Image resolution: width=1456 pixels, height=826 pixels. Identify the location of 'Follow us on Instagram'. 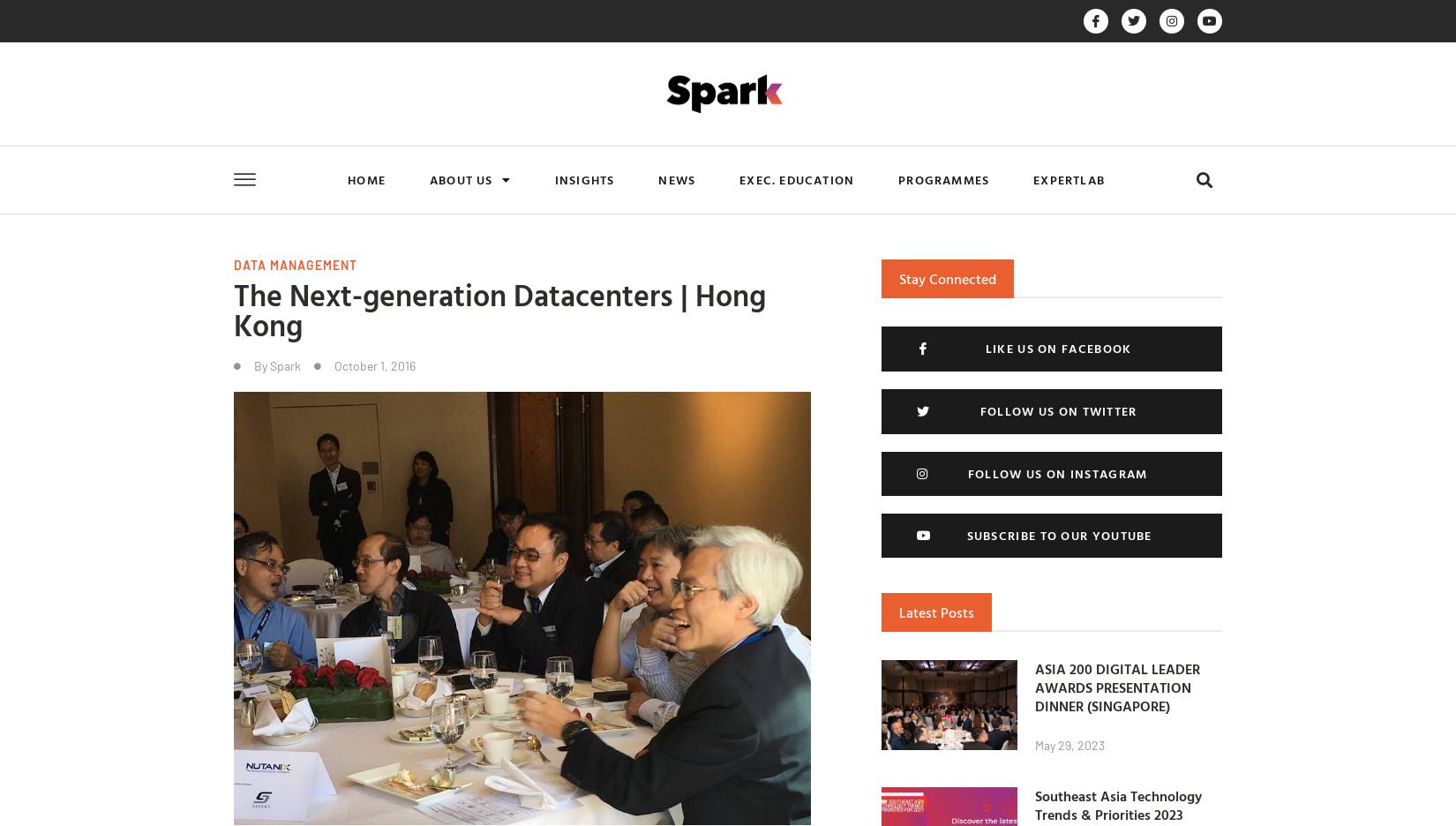
(1057, 473).